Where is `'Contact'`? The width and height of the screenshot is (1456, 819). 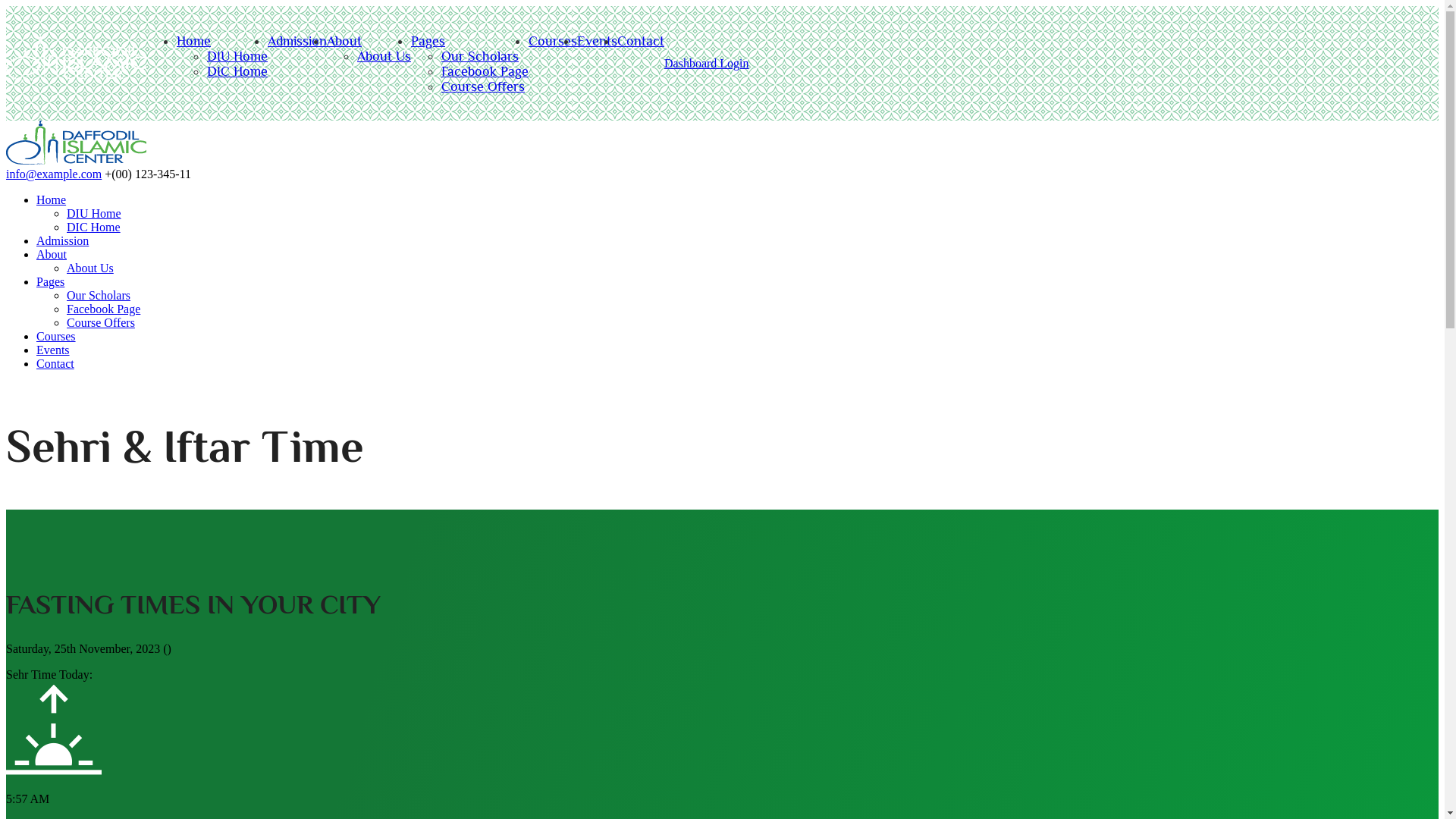
'Contact' is located at coordinates (36, 363).